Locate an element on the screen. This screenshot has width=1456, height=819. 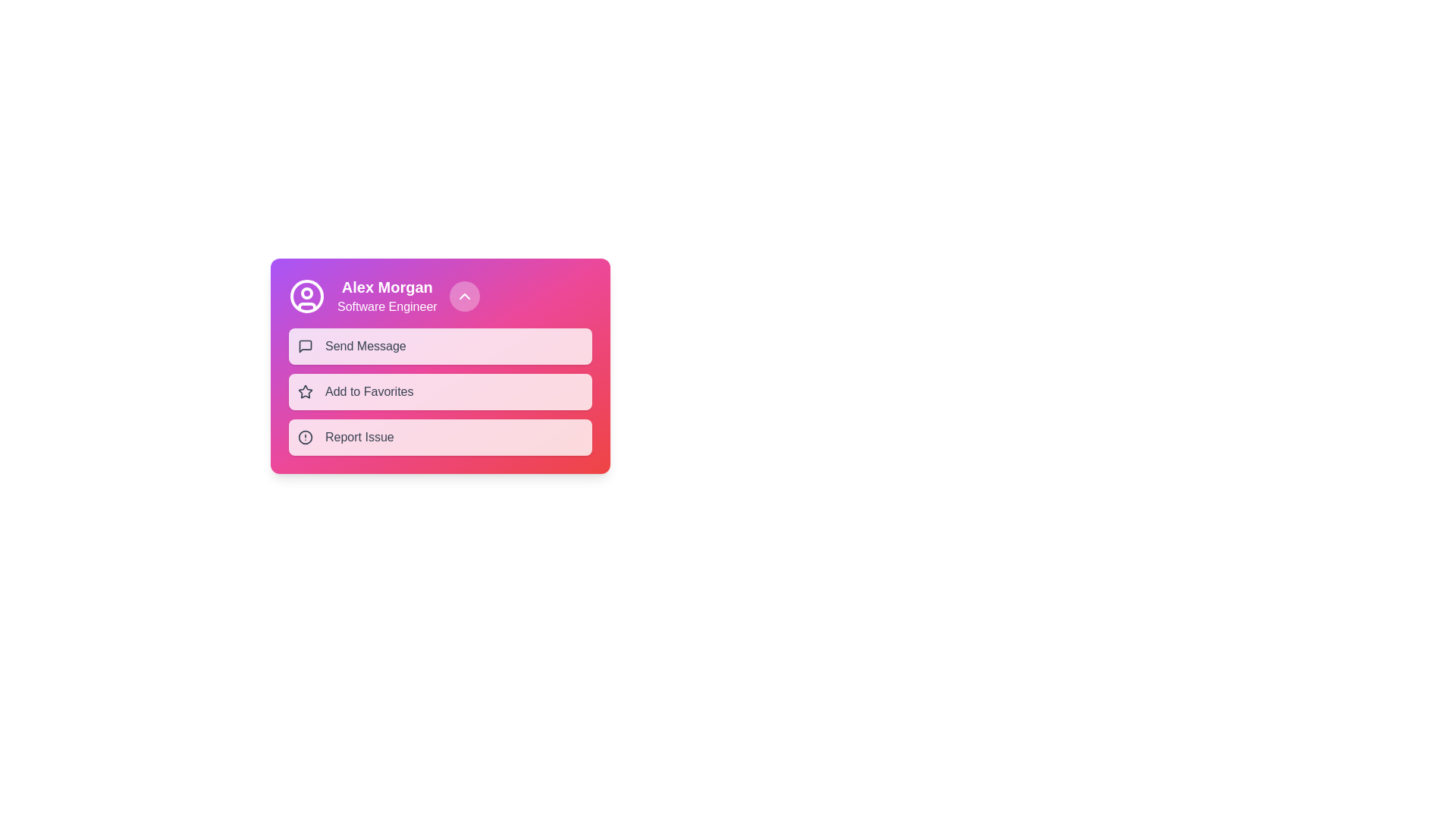
the icon button located at the top-right corner of the main card containing user information is located at coordinates (463, 296).